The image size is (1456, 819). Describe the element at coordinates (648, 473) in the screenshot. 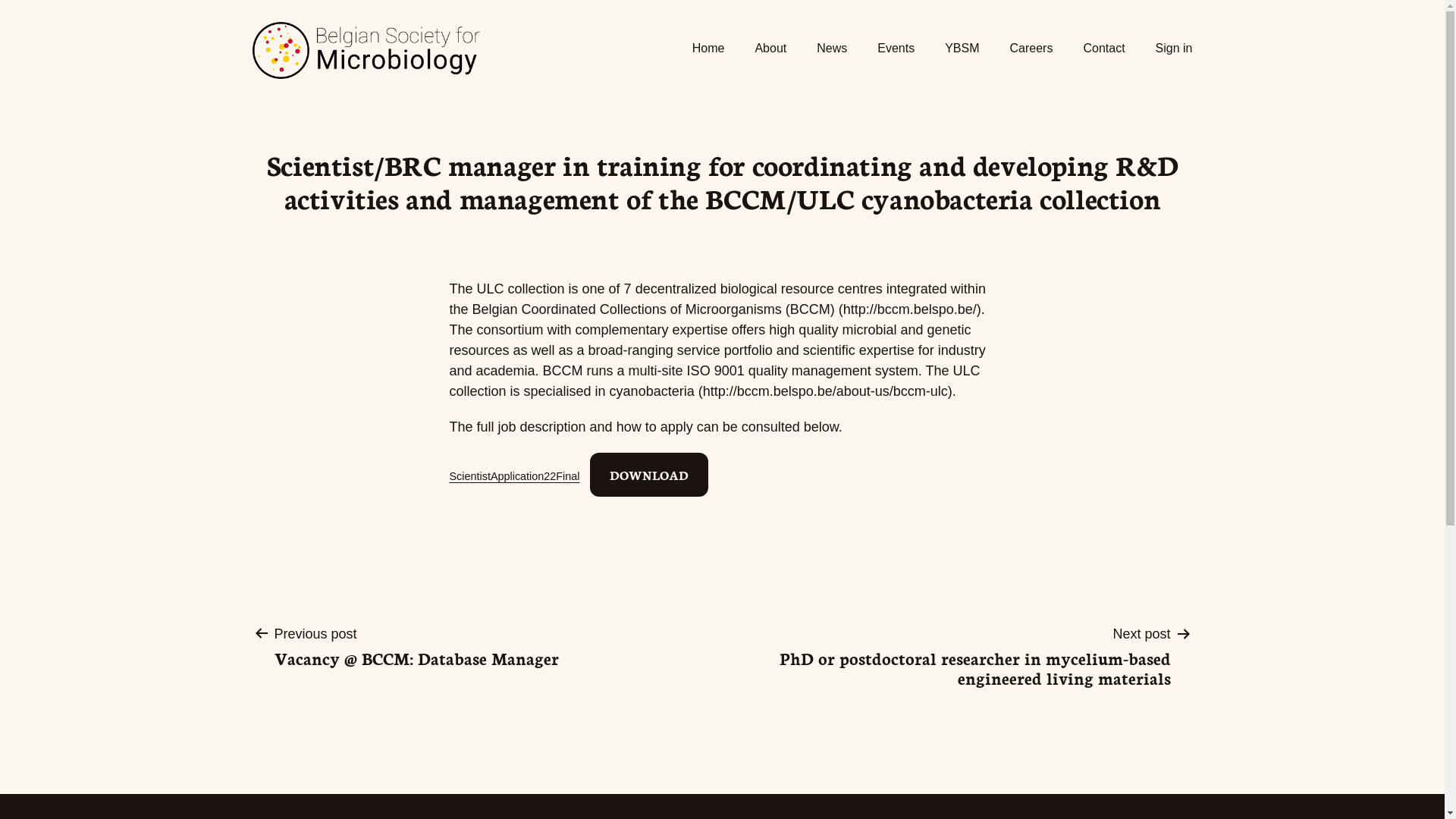

I see `'DOWNLOAD'` at that location.